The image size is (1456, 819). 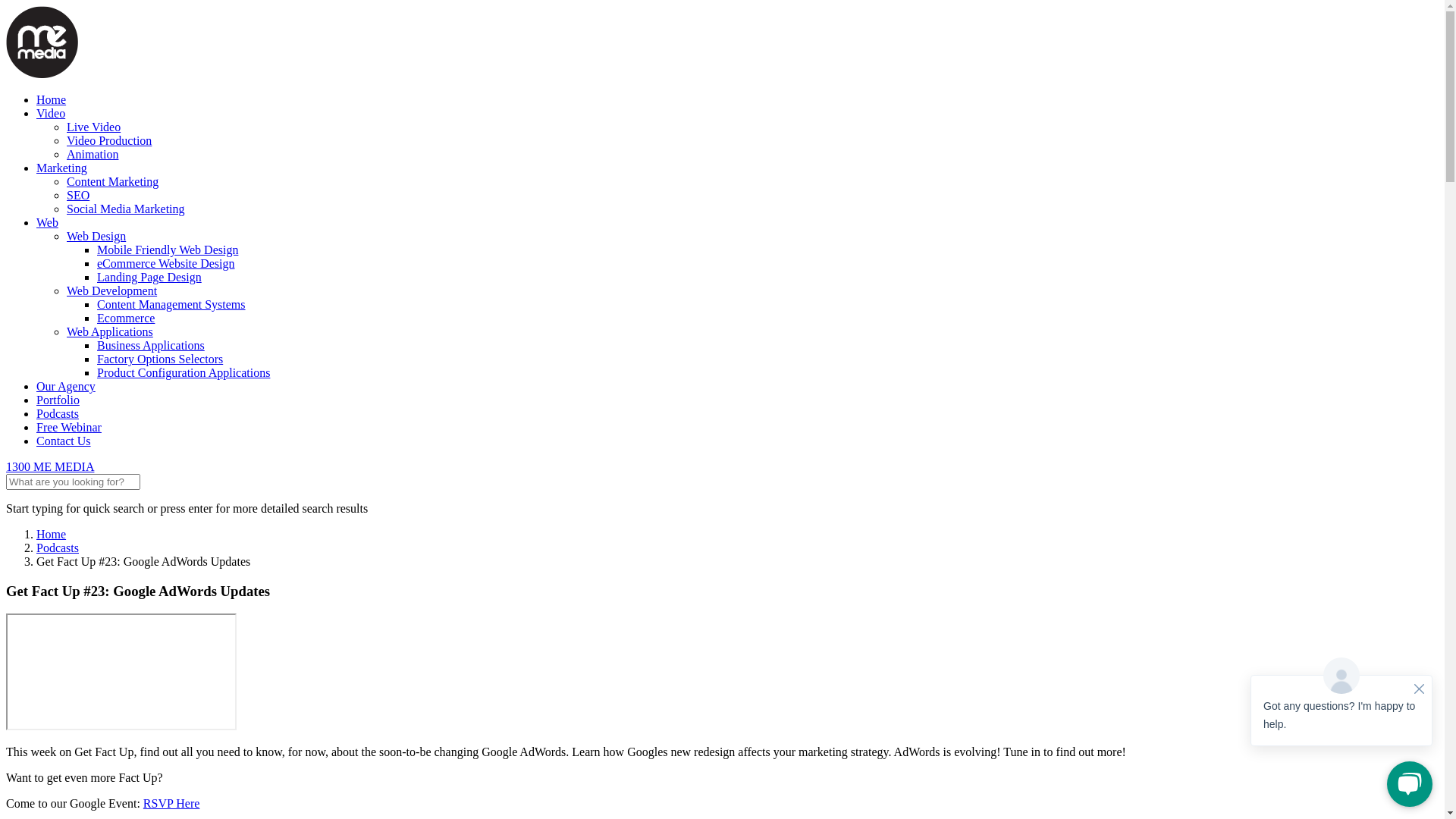 What do you see at coordinates (150, 345) in the screenshot?
I see `'Business Applications'` at bounding box center [150, 345].